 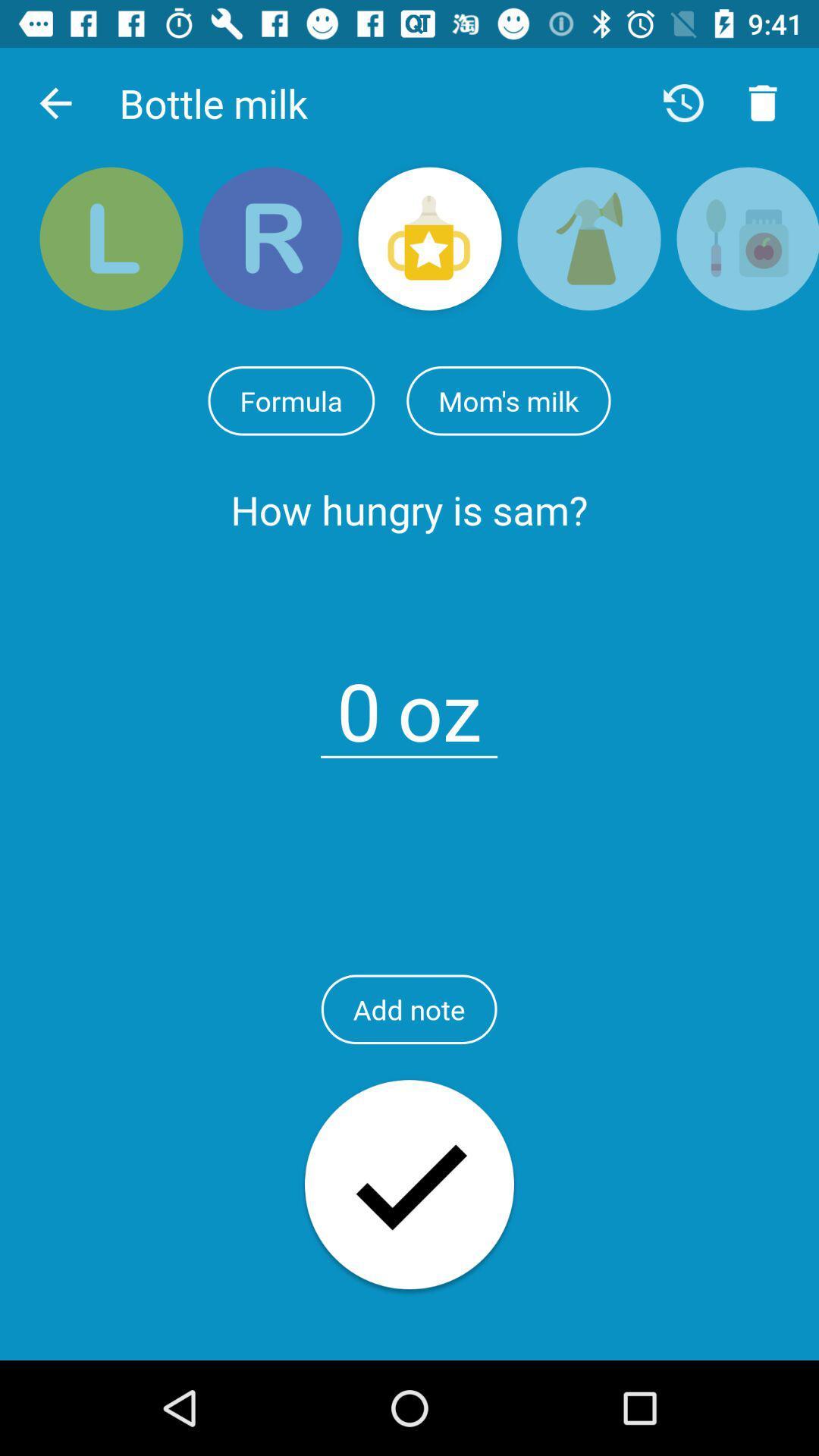 What do you see at coordinates (291, 400) in the screenshot?
I see `the icon to the left of mom's milk` at bounding box center [291, 400].